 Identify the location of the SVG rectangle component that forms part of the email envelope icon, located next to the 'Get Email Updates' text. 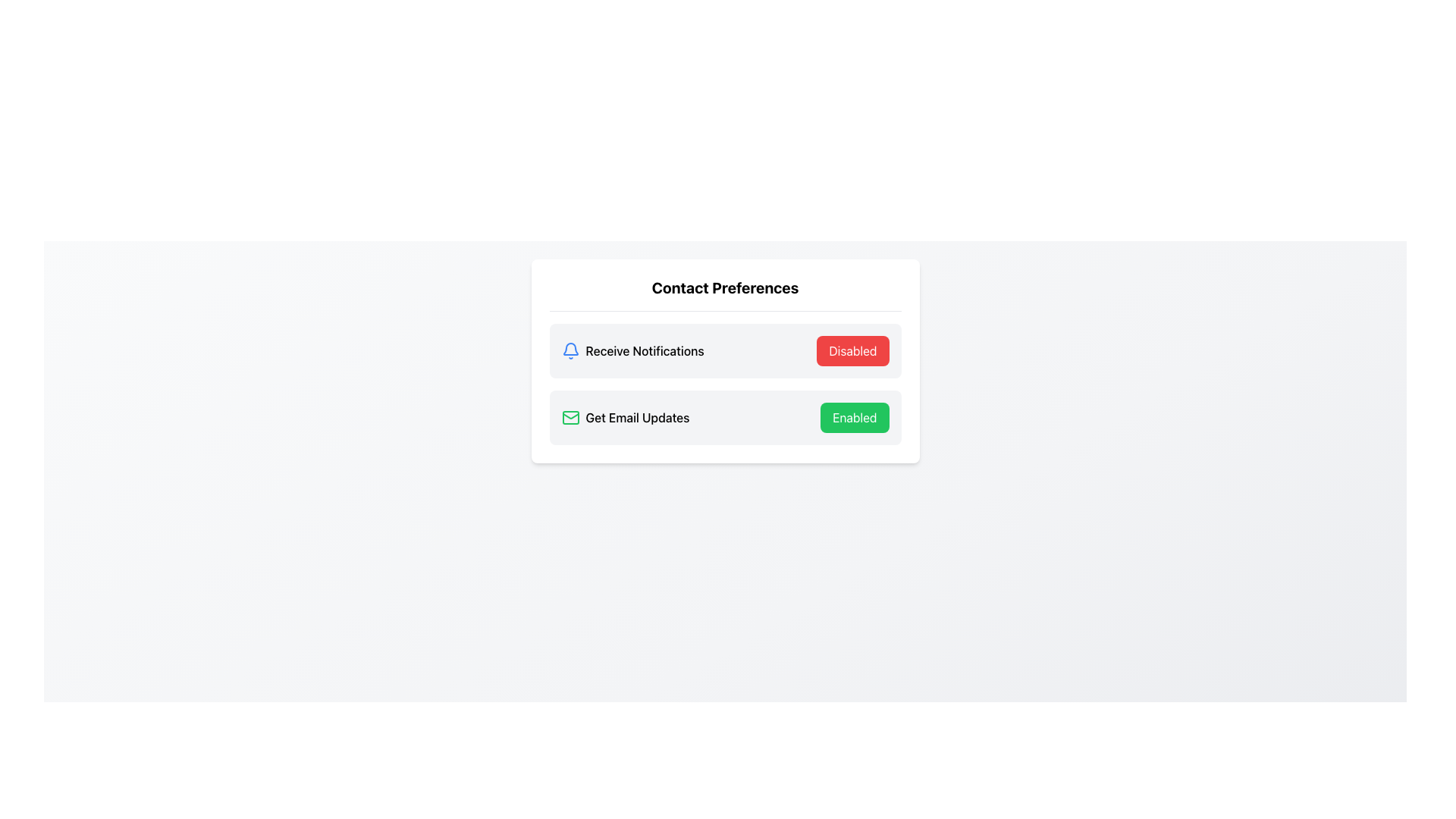
(570, 418).